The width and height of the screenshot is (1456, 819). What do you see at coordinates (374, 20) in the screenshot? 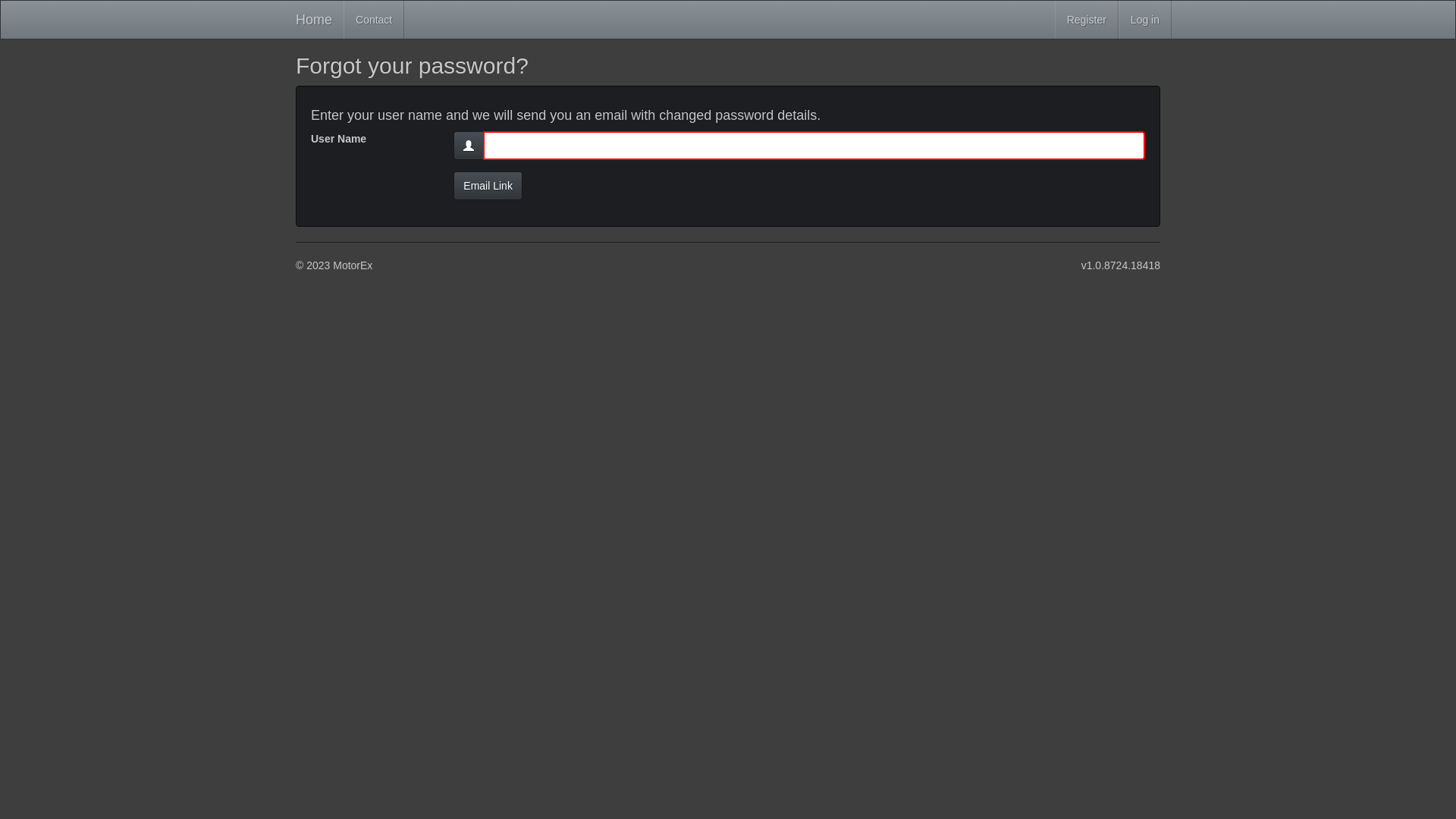
I see `'Contact'` at bounding box center [374, 20].